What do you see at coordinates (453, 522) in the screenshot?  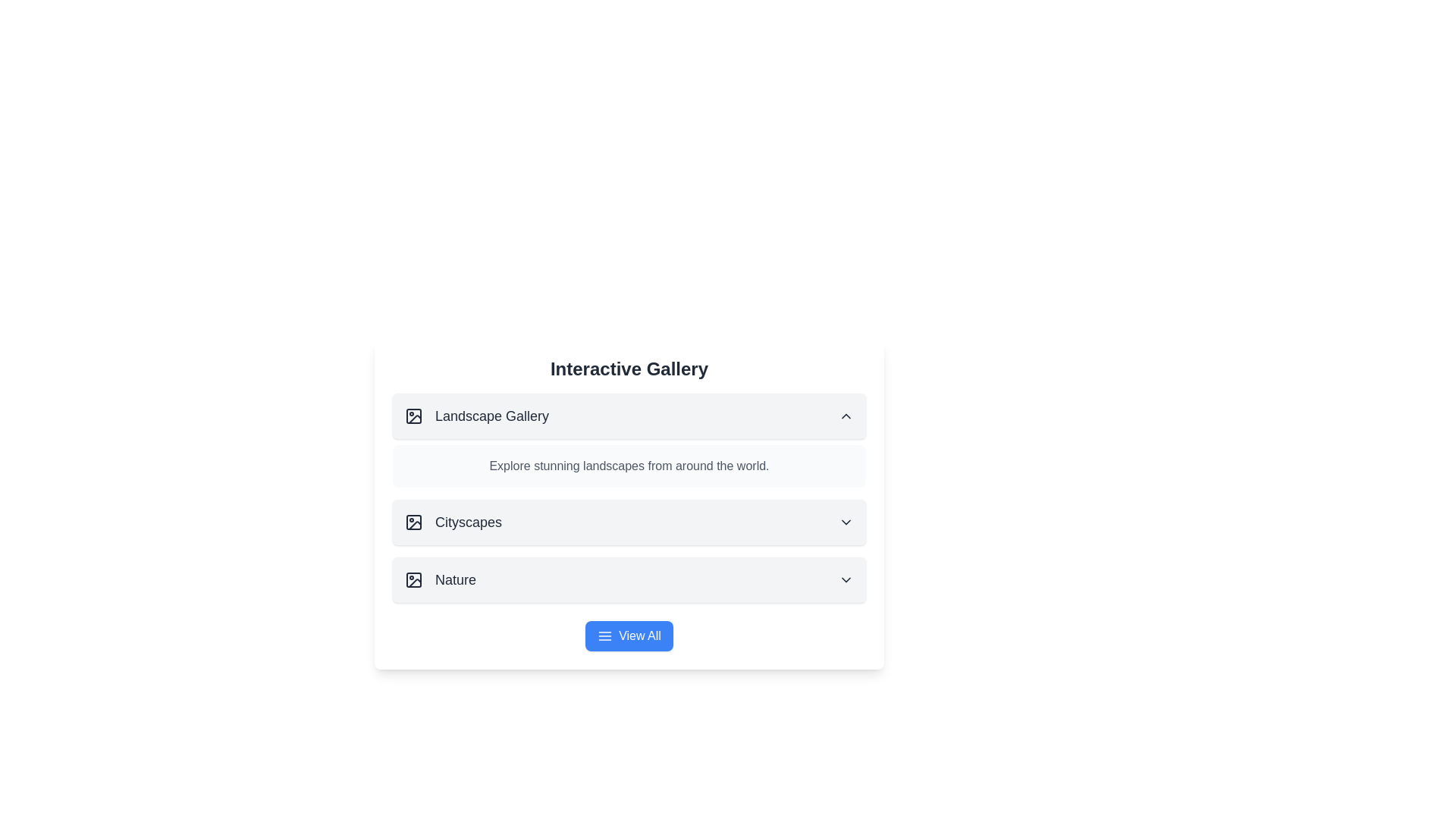 I see `the 'Cityscapes' selectable category in the list` at bounding box center [453, 522].